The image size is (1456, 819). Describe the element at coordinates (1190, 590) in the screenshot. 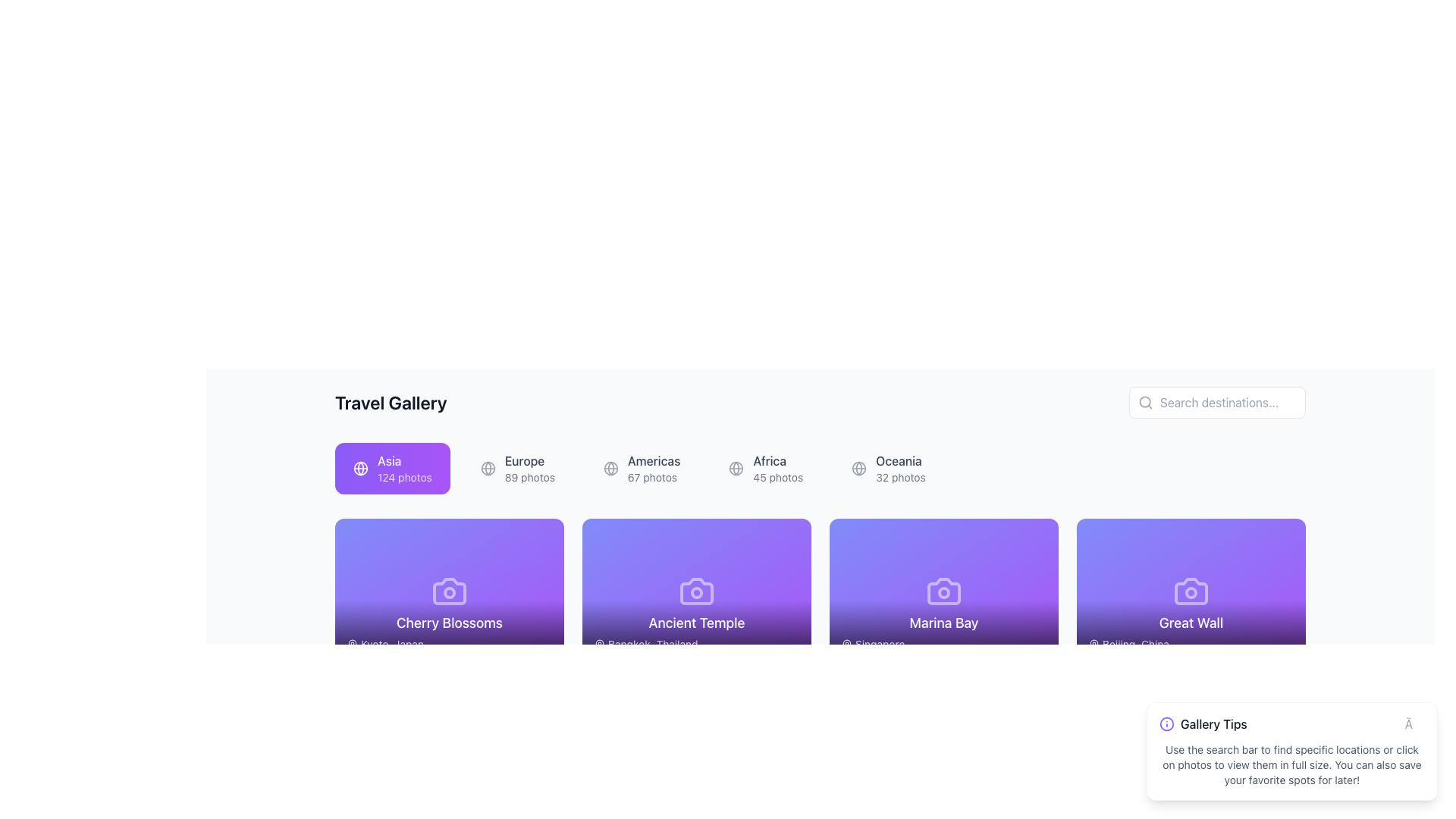

I see `the icon that indicates visual or photographic content associated with the 'Great Wall' card, positioned at the center of the upper section of the card` at that location.